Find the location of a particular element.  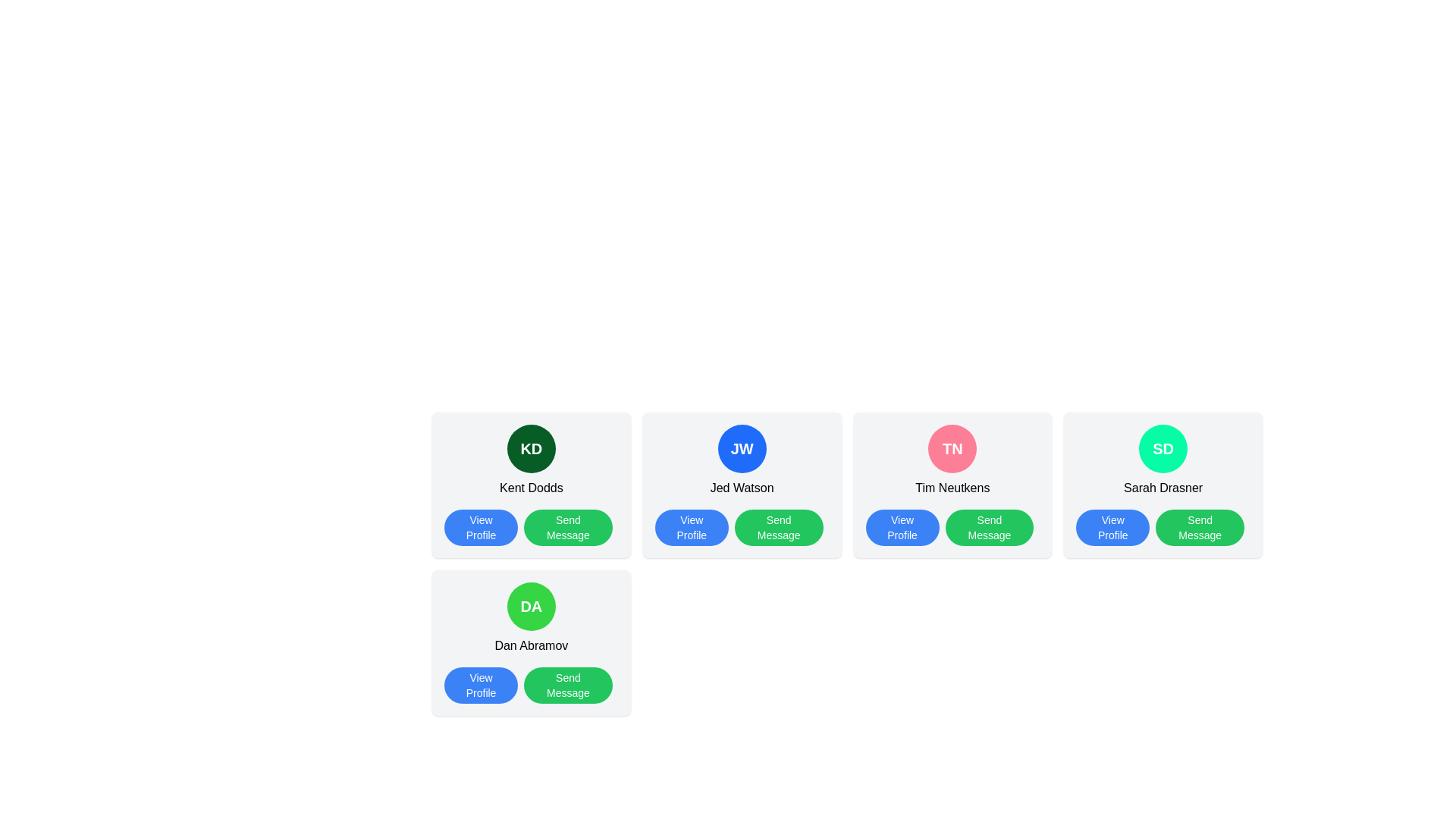

the circular avatar icon representing 'Jed Watson' within the card layout is located at coordinates (742, 447).